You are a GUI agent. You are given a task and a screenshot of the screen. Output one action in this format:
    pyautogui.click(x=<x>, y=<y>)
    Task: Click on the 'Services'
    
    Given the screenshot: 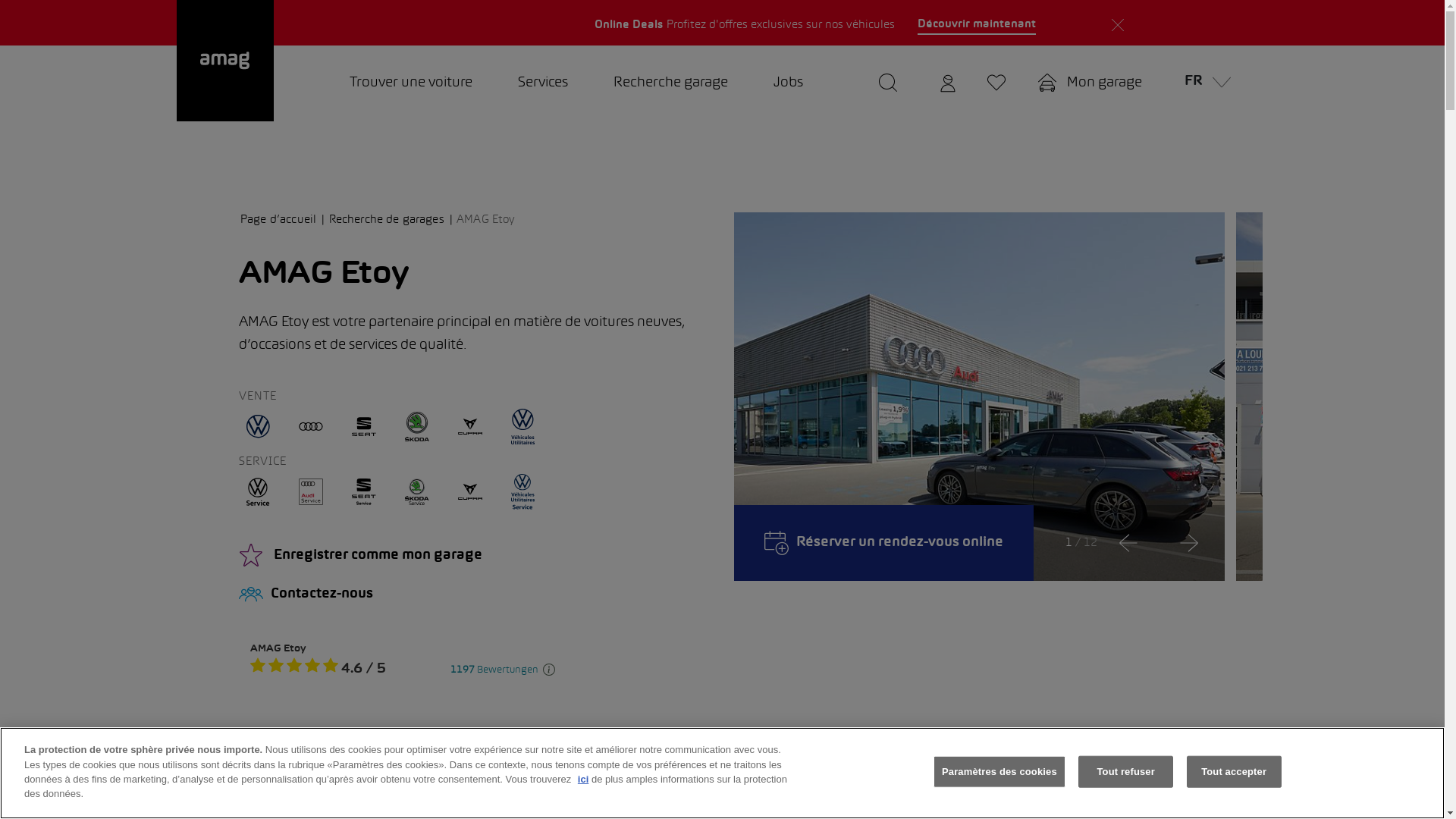 What is the action you would take?
    pyautogui.click(x=542, y=83)
    